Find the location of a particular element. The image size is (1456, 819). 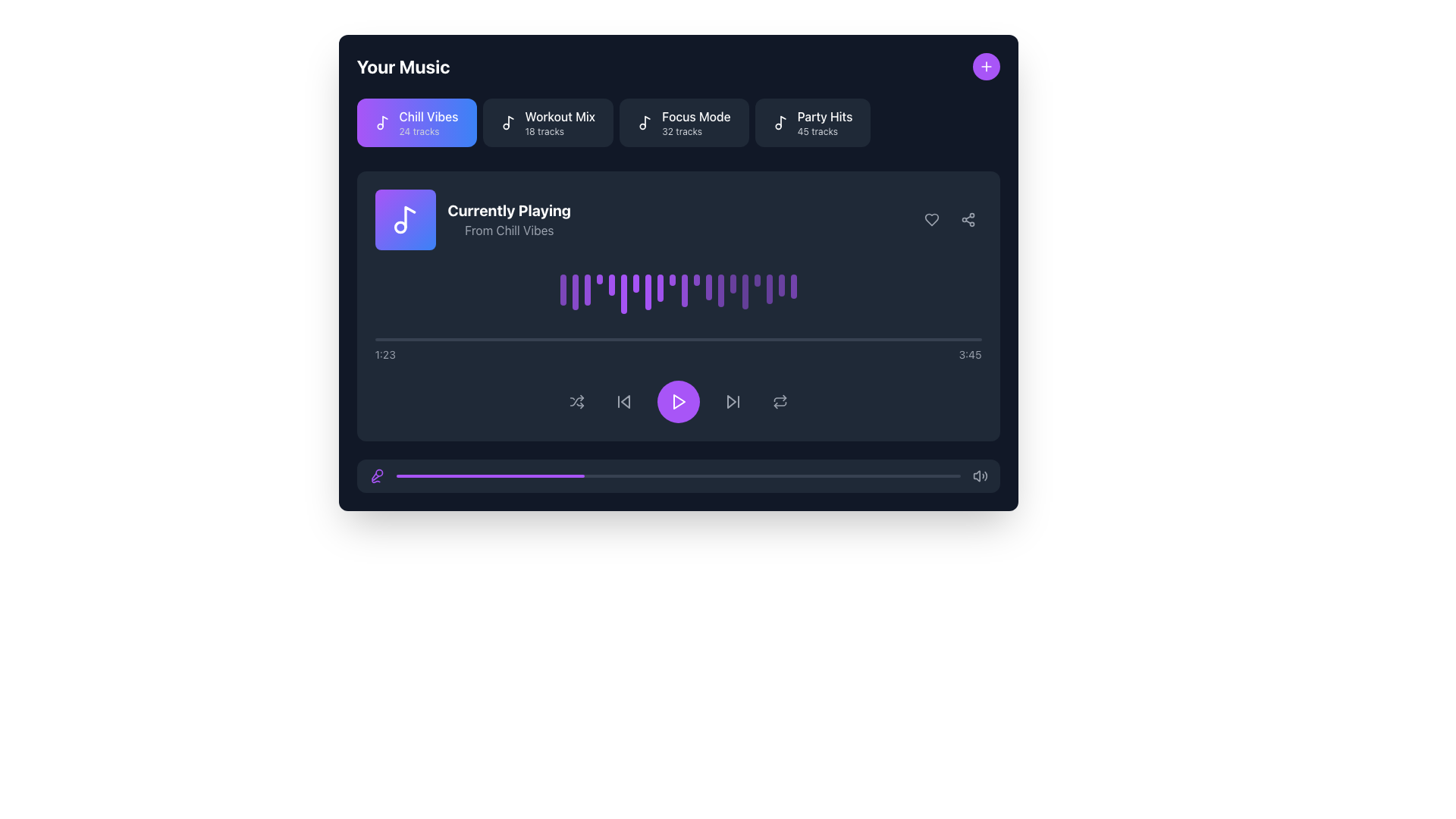

the descriptive text label located under the 'Currently Playing' title in the playback section of the application interface is located at coordinates (509, 231).